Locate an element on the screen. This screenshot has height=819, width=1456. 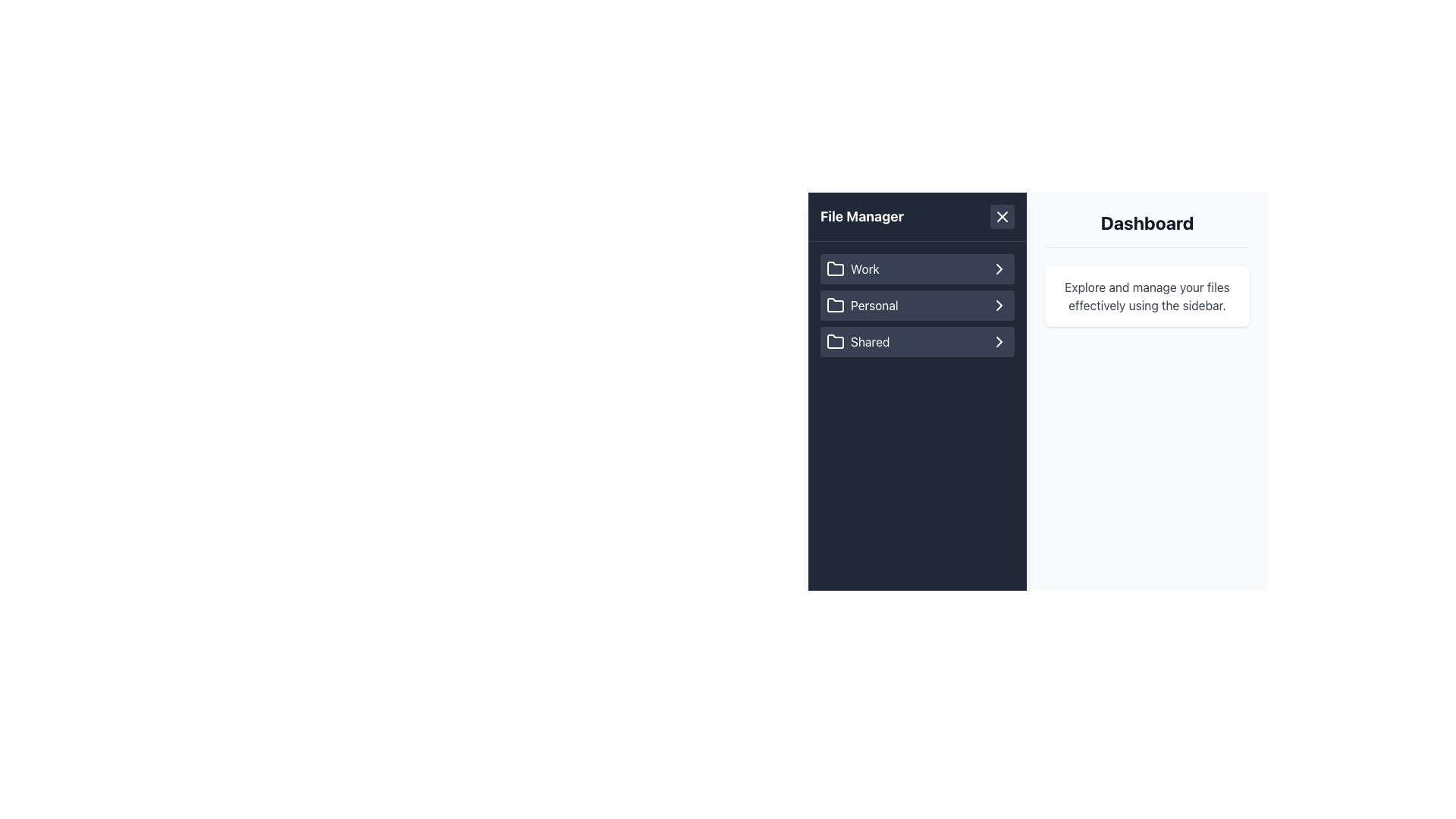
the folder icon located next to the text 'Personal' in the 'File Manager' section of the sidebar is located at coordinates (835, 305).